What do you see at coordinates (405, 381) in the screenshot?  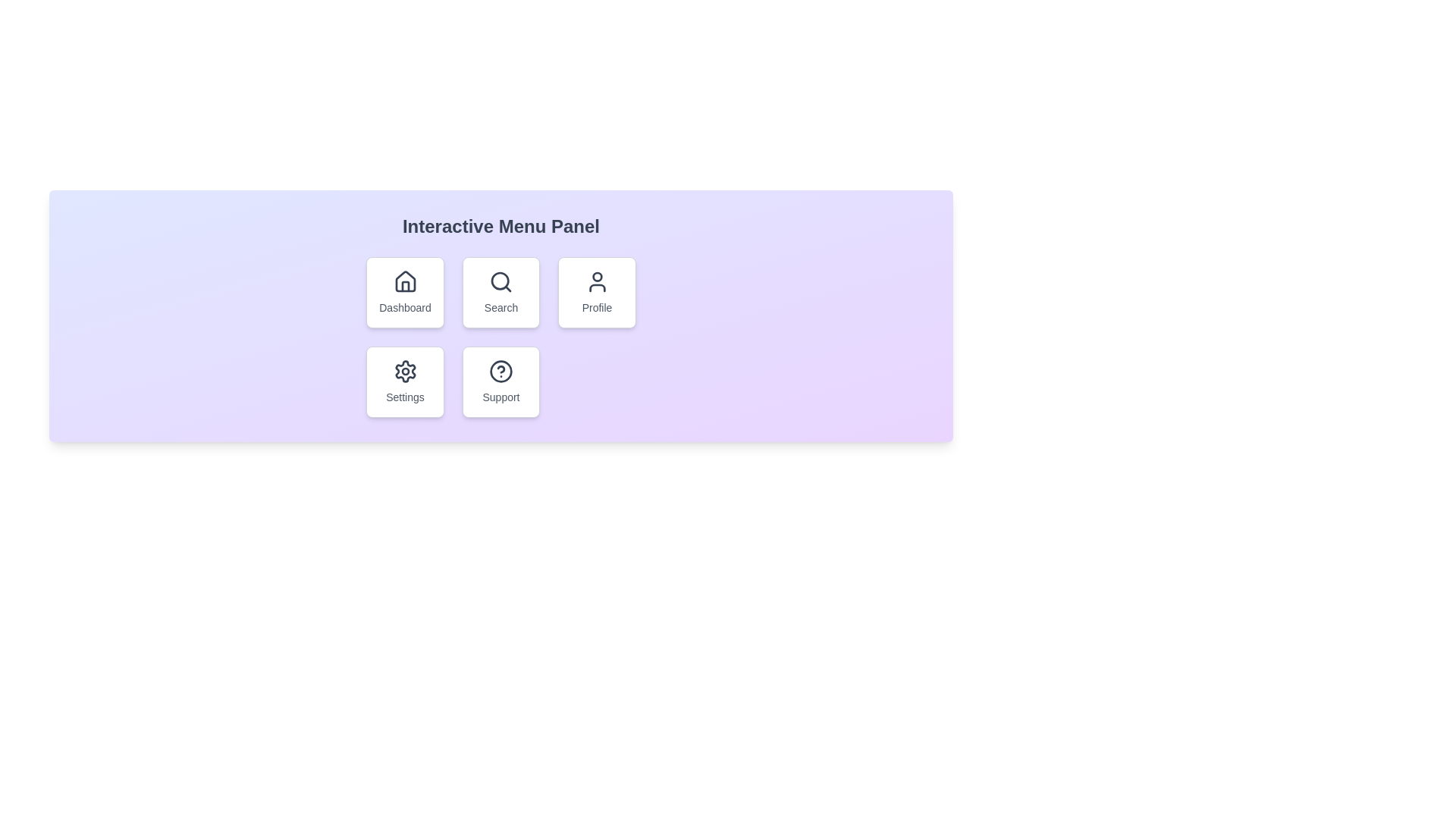 I see `the 'Settings' button, which is a square card with a gear icon and gray text, located beneath the 'Dashboard' element in the grid layout` at bounding box center [405, 381].